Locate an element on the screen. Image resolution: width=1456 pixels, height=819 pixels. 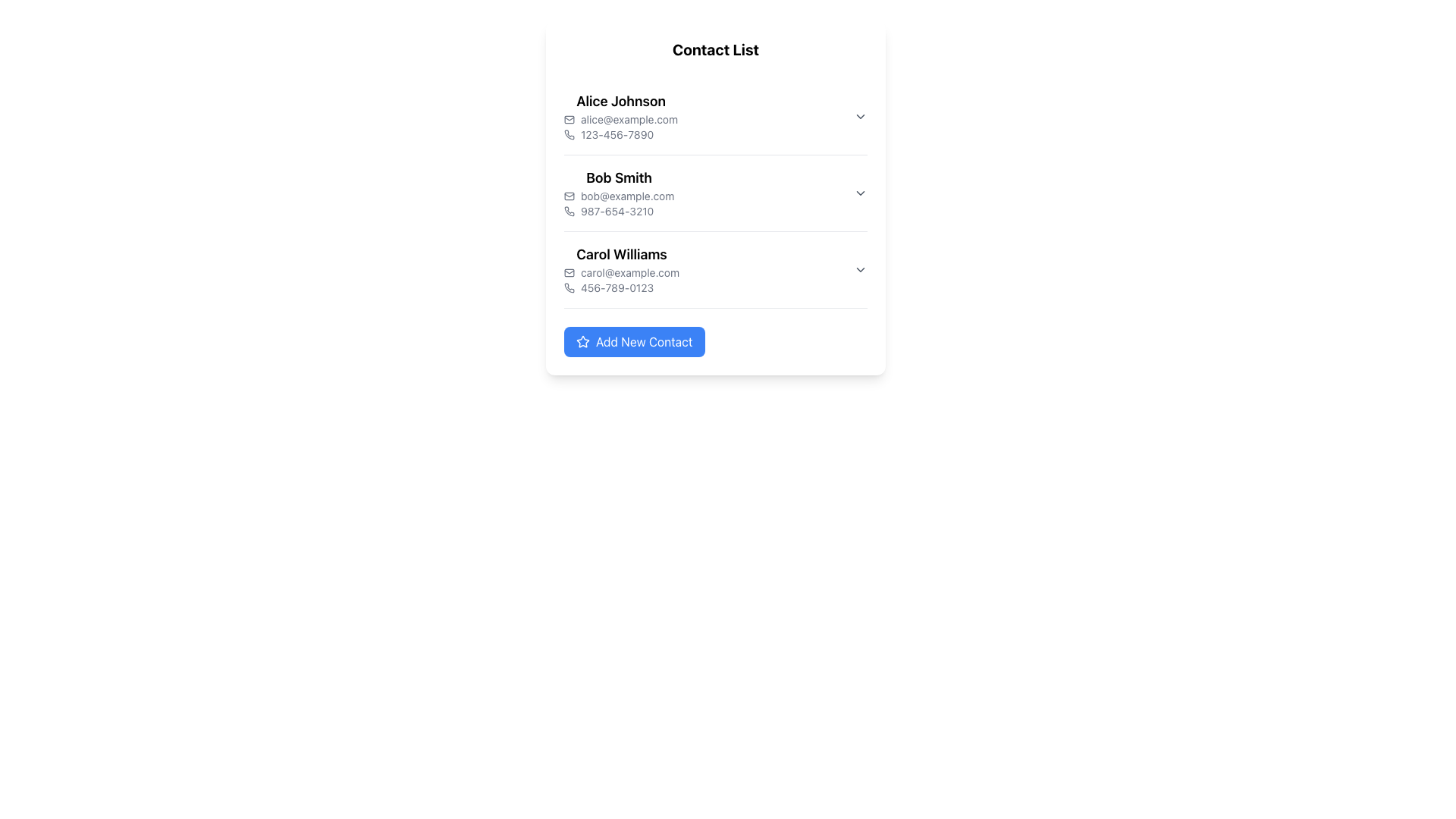
the email icon representing 'alice@example.com' next to Alice Johnson's contact information is located at coordinates (568, 119).